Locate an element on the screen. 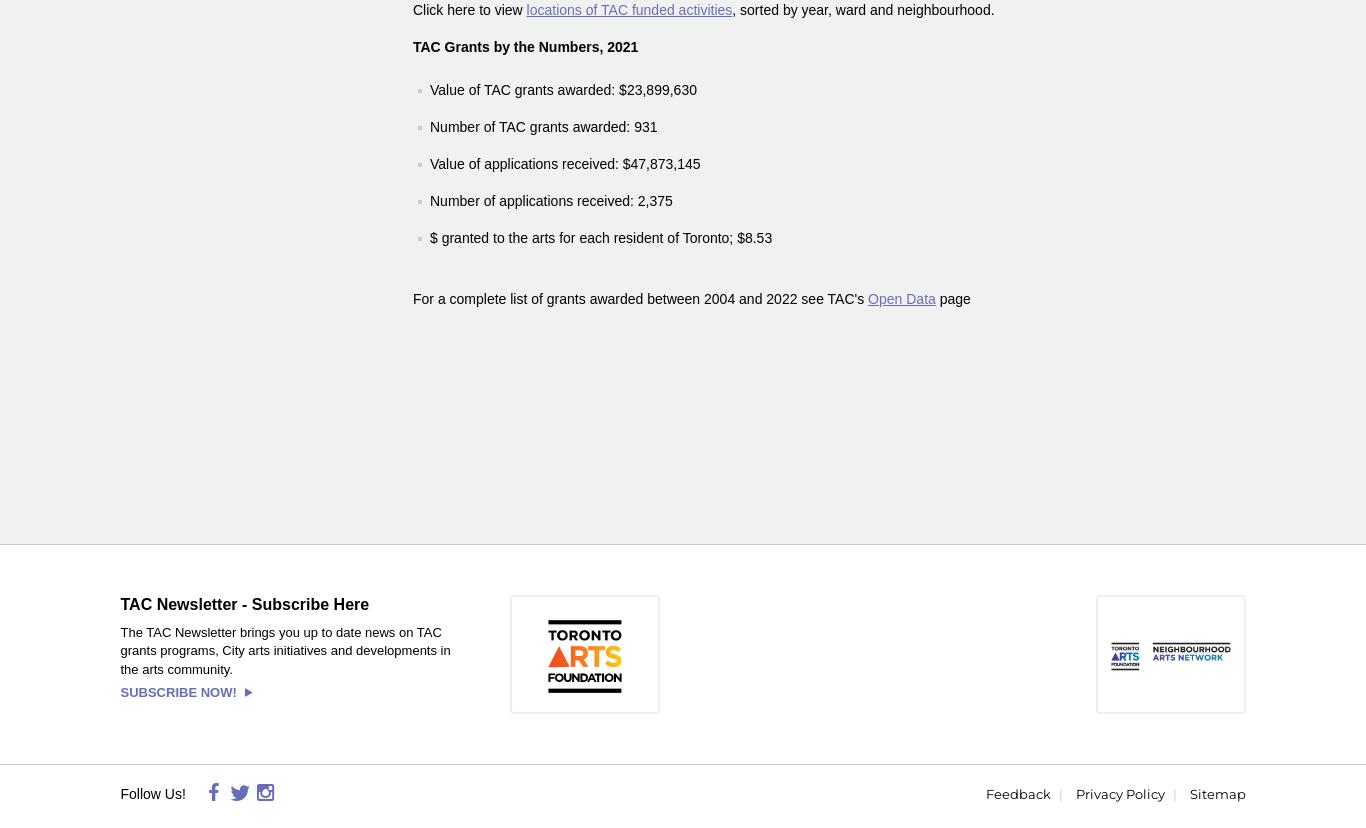 The image size is (1366, 828). 'TAC Newsletter - Subscribe Here' is located at coordinates (244, 603).